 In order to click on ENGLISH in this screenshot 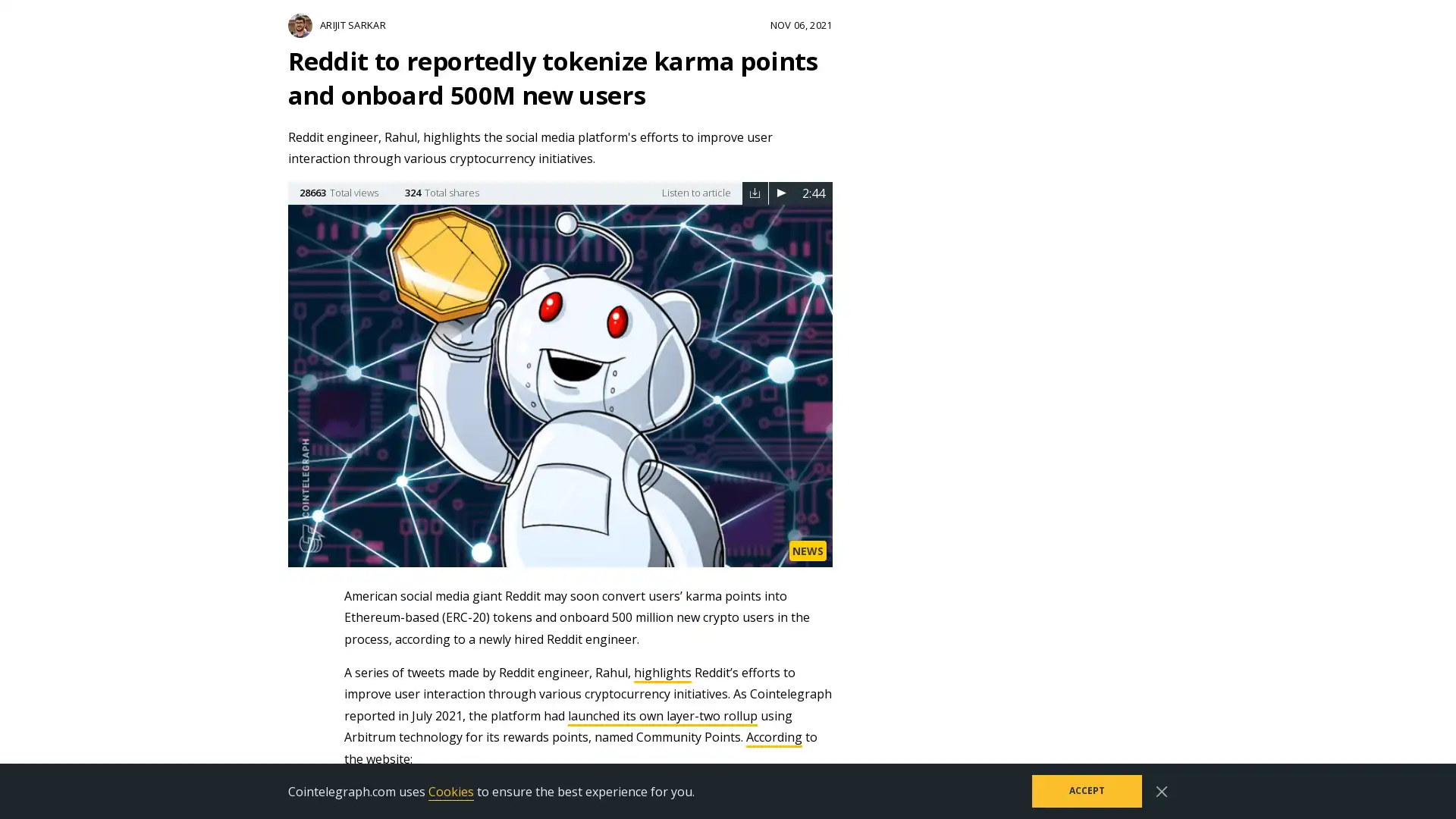, I will do `click(1142, 24)`.